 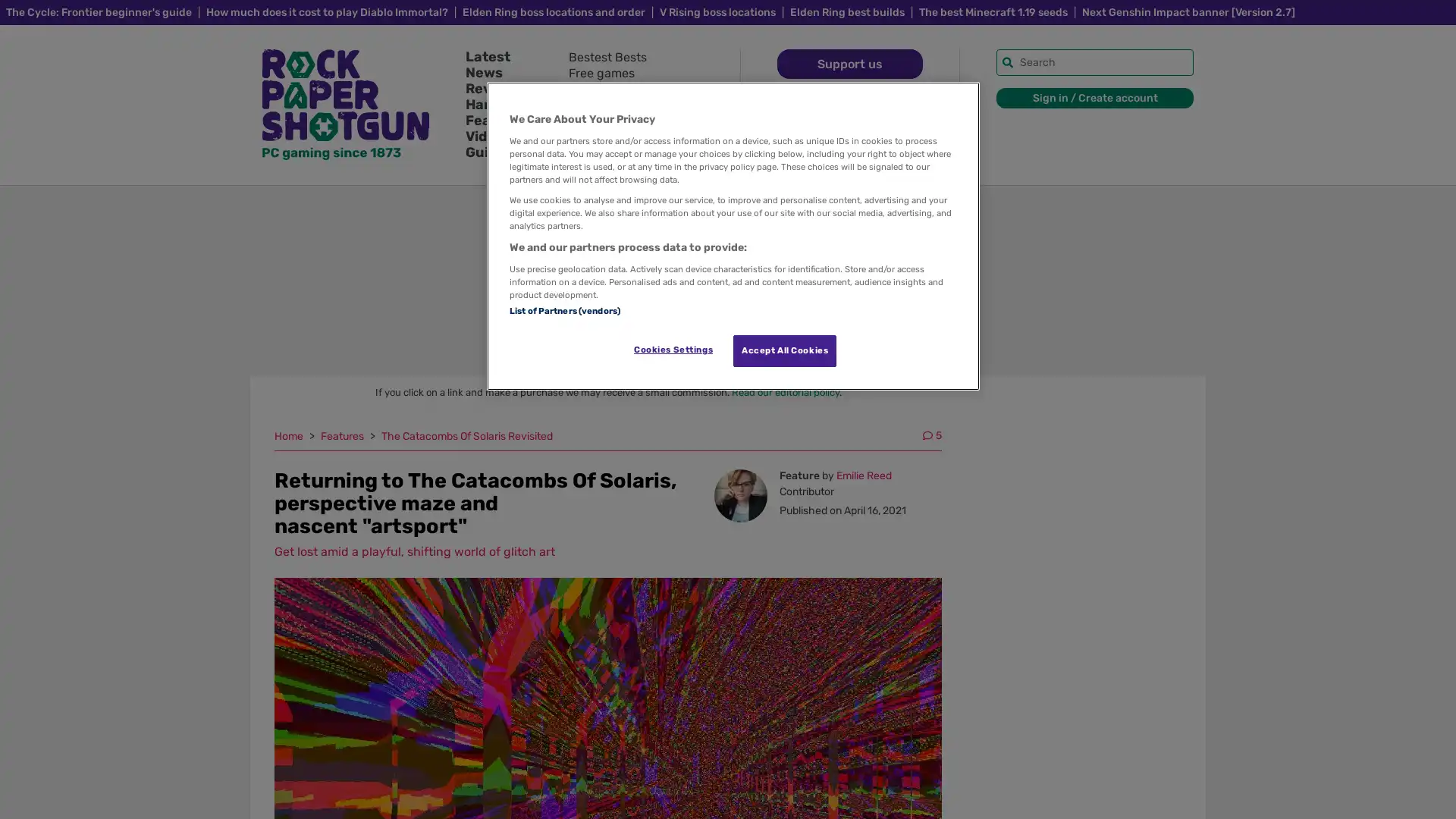 I want to click on Accept All Cookies, so click(x=785, y=350).